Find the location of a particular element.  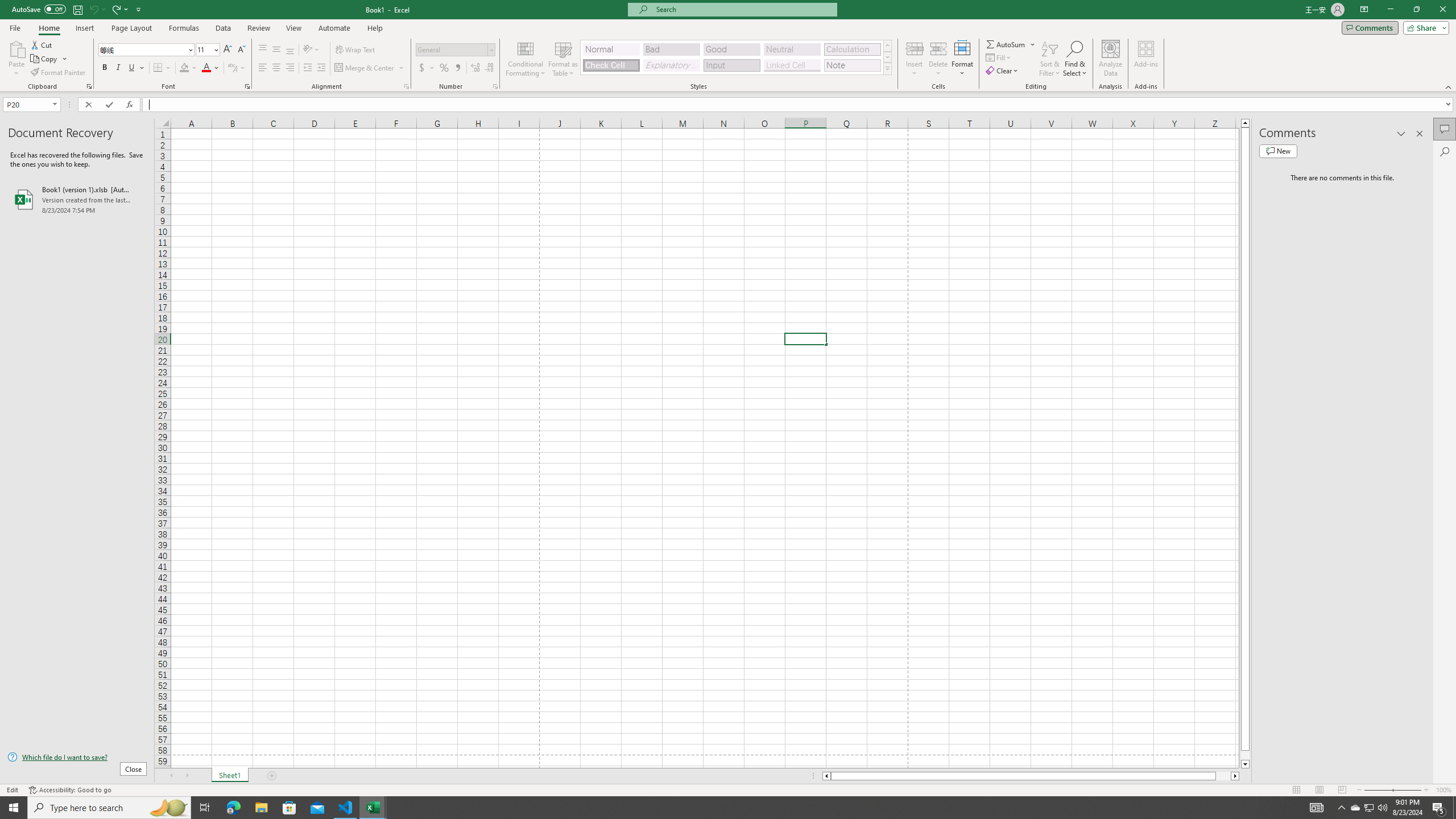

'Middle Align' is located at coordinates (276, 49).